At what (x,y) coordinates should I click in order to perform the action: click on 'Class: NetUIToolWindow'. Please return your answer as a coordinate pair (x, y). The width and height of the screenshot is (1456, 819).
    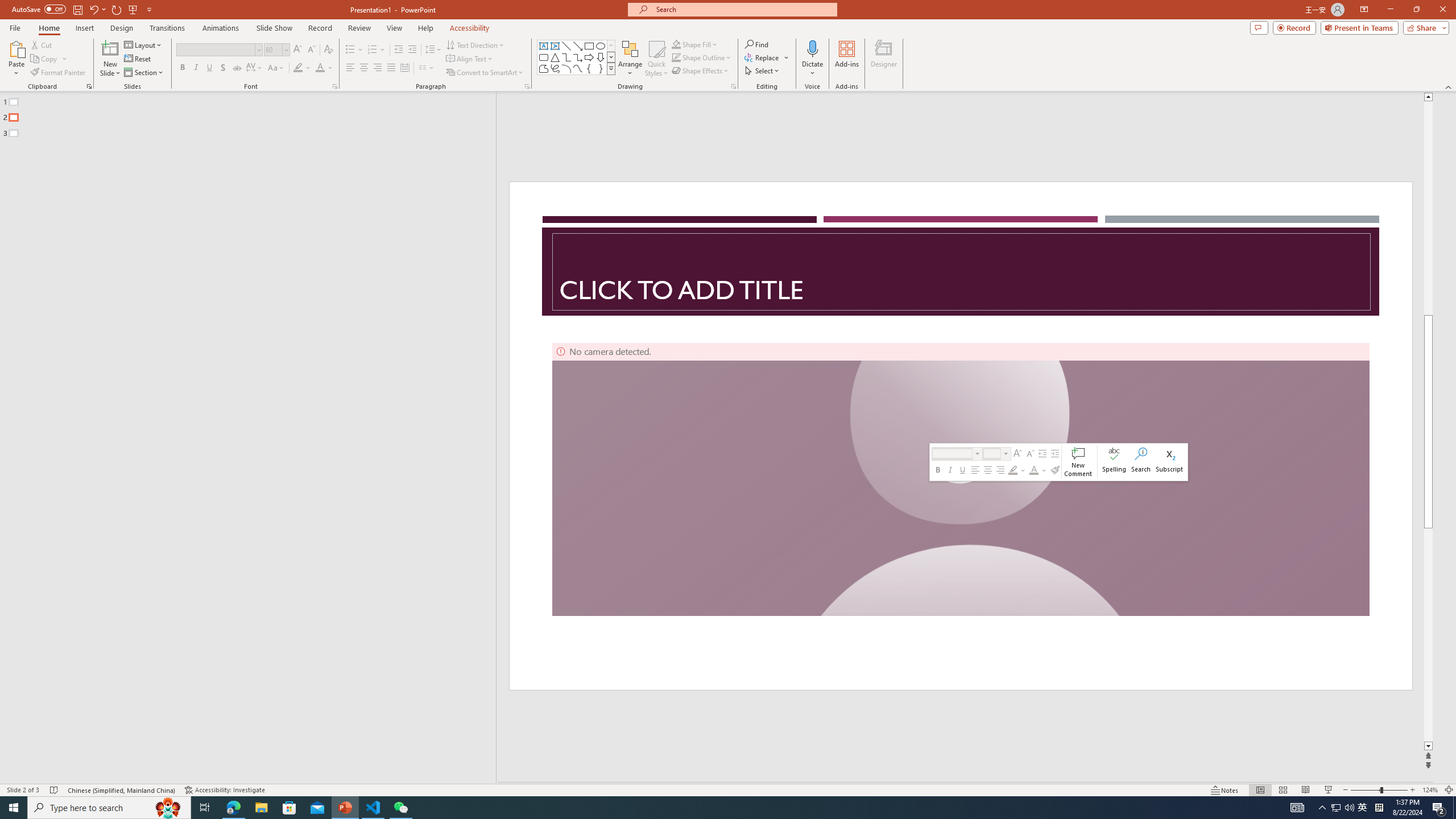
    Looking at the image, I should click on (1058, 461).